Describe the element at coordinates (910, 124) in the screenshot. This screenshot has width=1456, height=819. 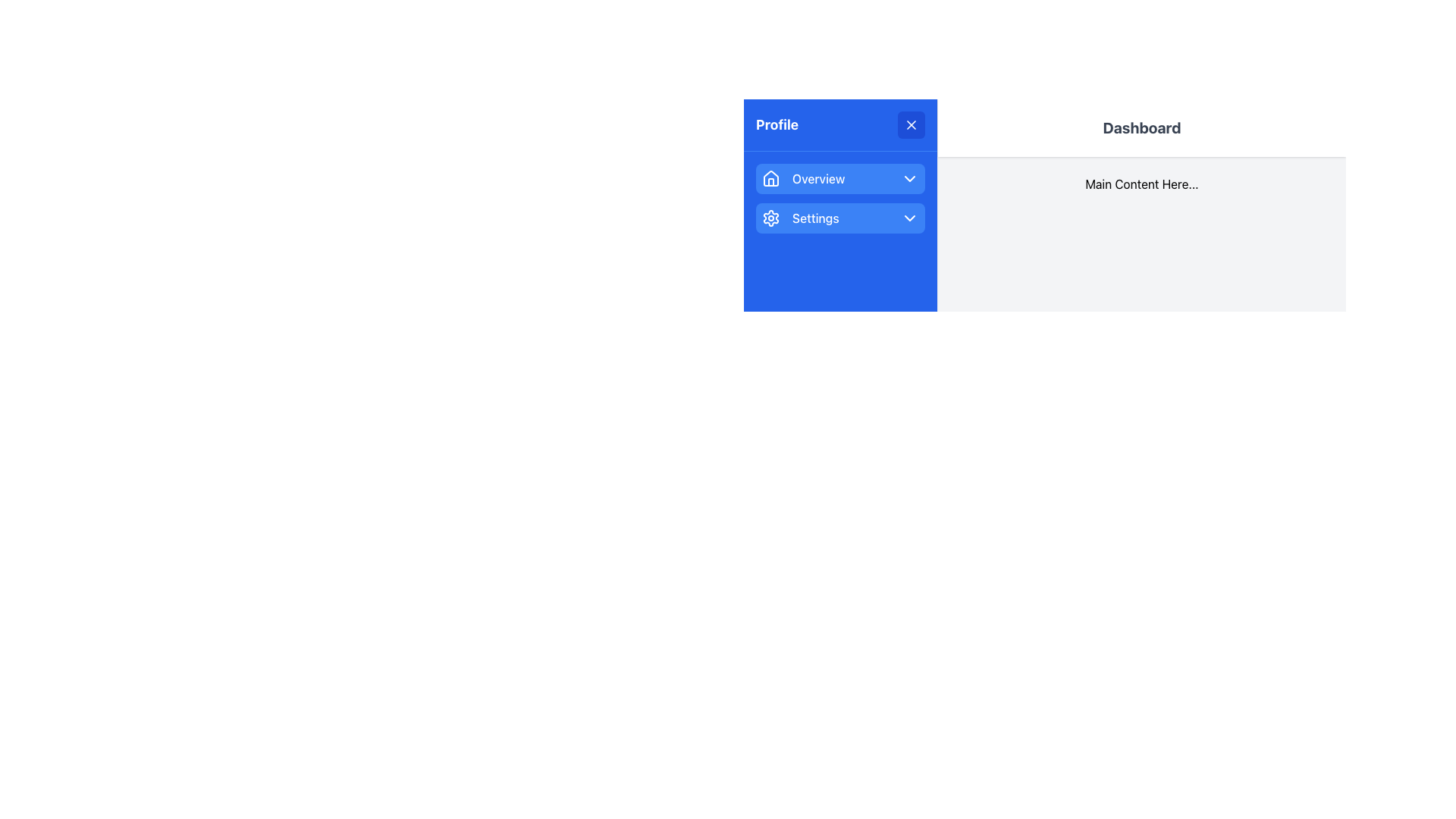
I see `the close button located at the top-right corner of the 'Profile' panel` at that location.